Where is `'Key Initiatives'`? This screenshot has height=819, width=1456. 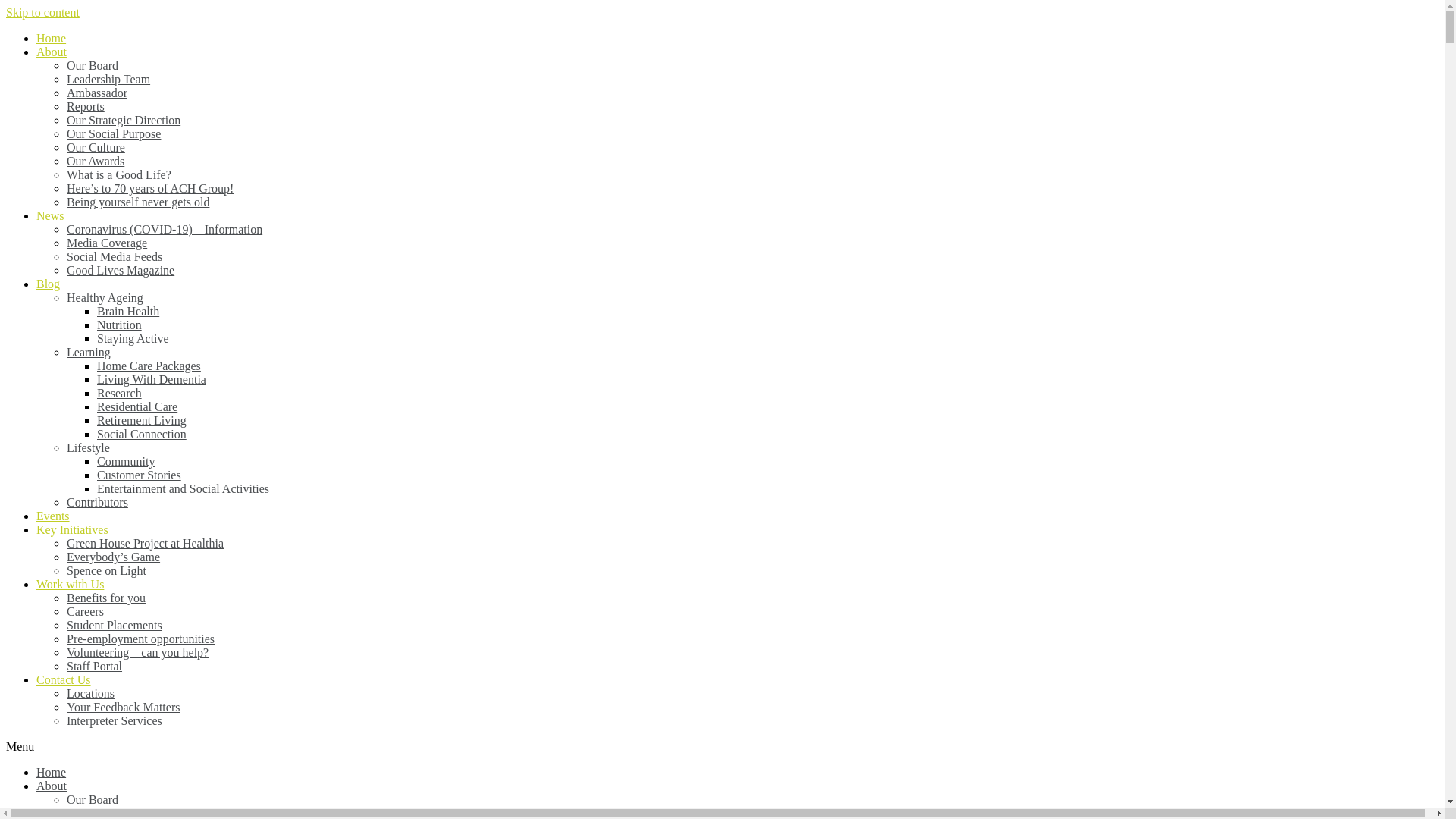
'Key Initiatives' is located at coordinates (36, 529).